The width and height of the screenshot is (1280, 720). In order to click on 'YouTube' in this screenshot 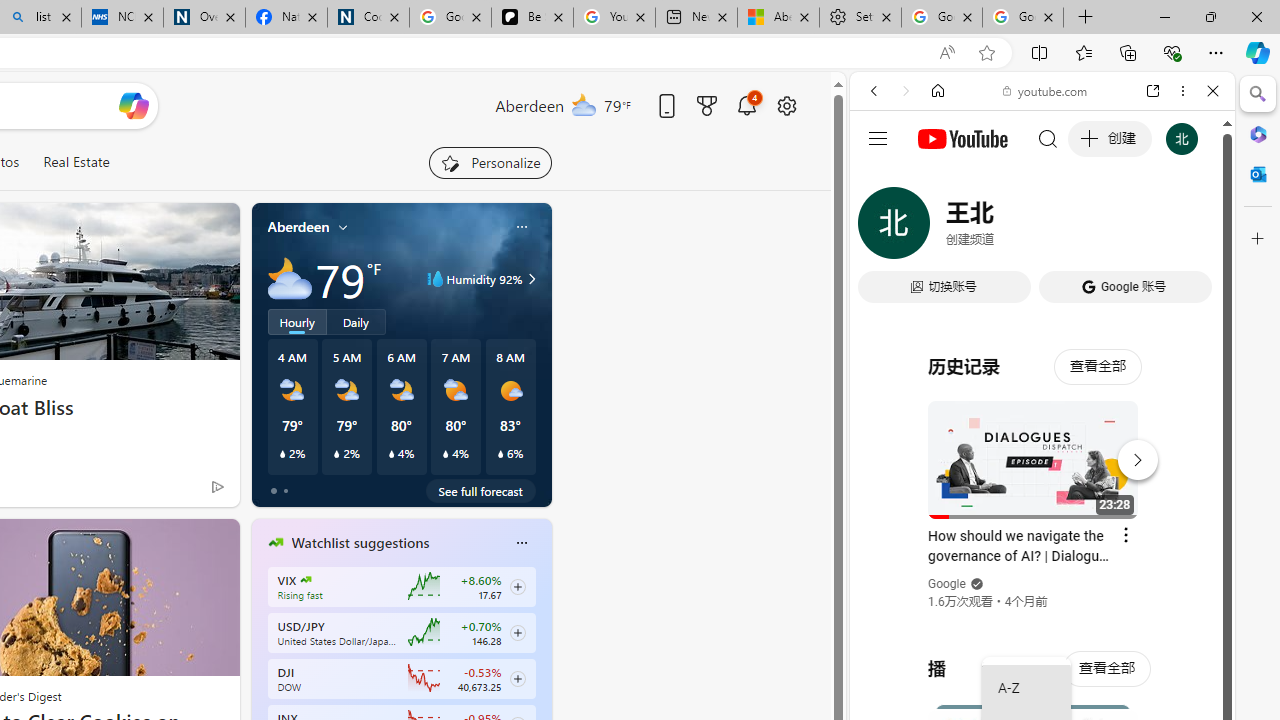, I will do `click(1034, 297)`.